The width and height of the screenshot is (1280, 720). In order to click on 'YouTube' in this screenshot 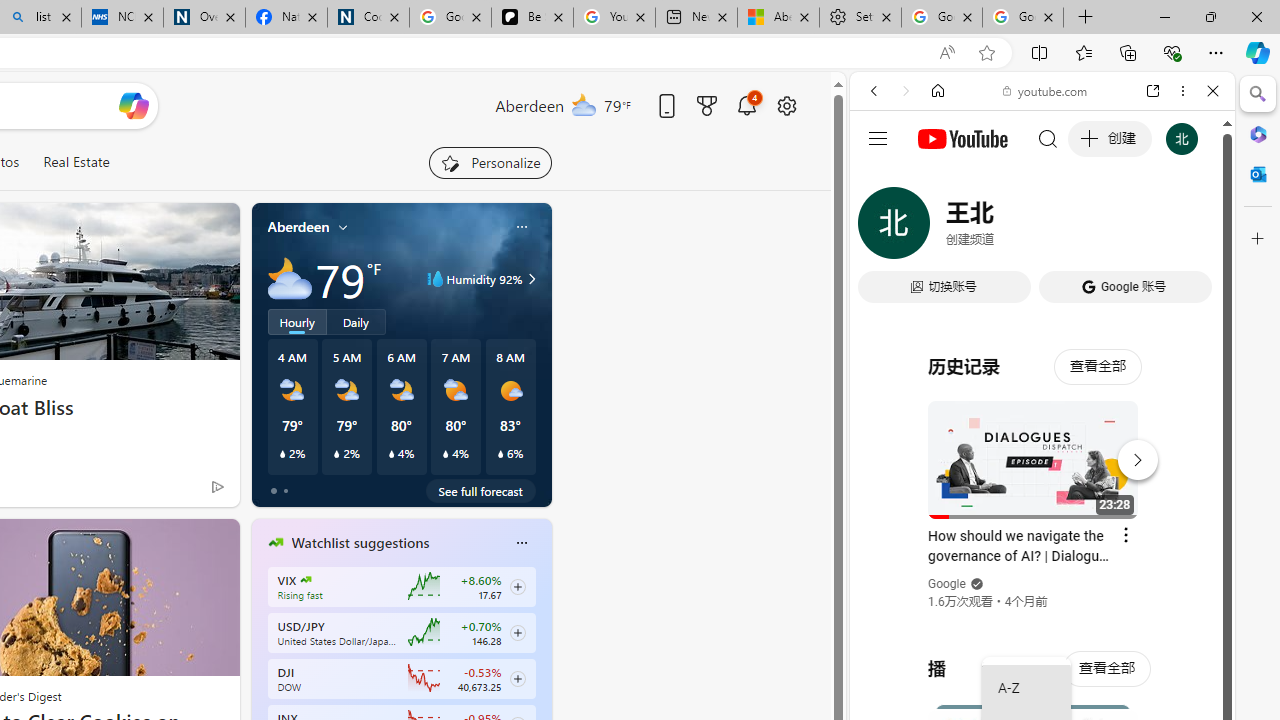, I will do `click(1034, 297)`.